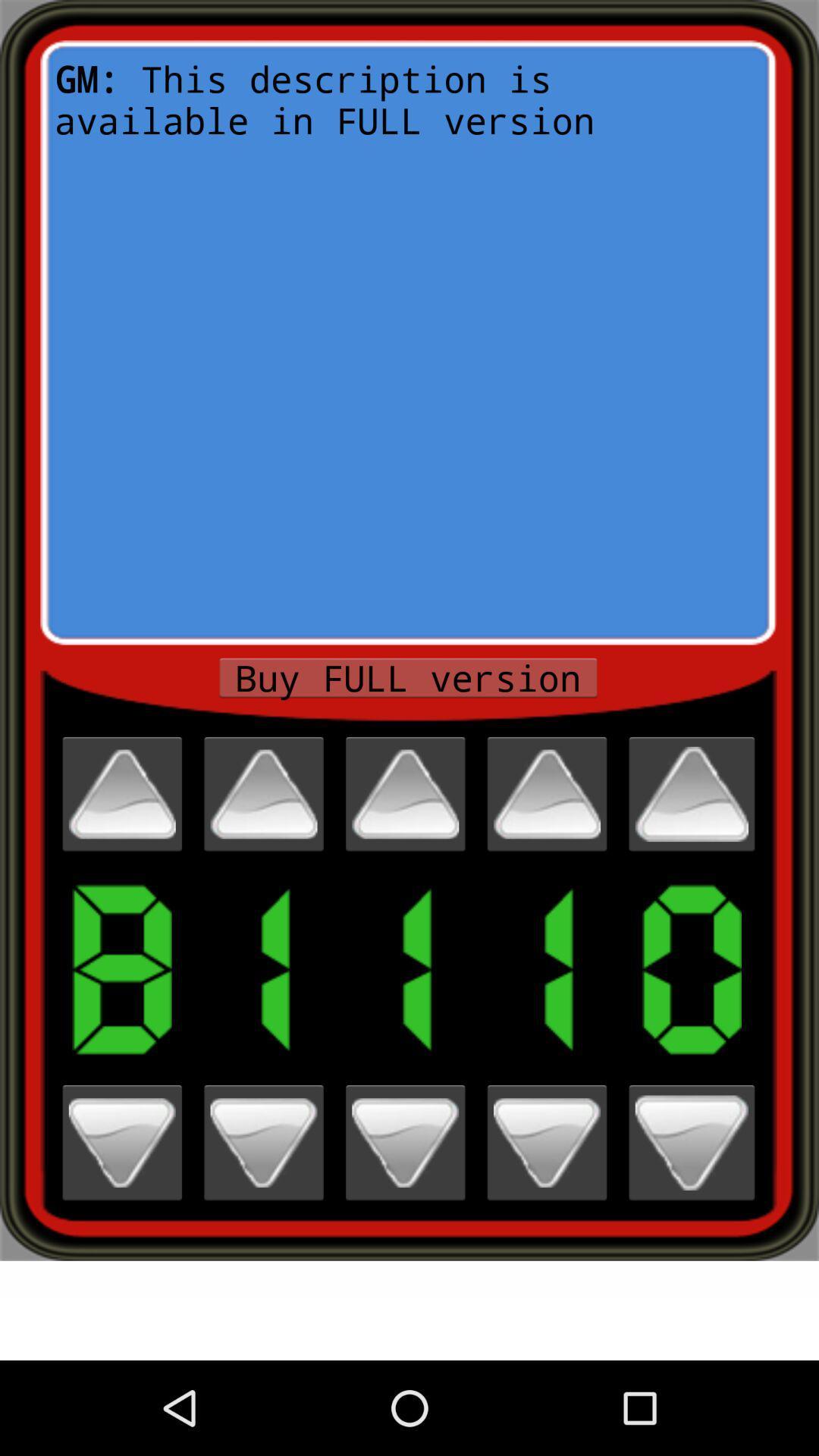 The width and height of the screenshot is (819, 1456). What do you see at coordinates (547, 1143) in the screenshot?
I see `4th digit down` at bounding box center [547, 1143].